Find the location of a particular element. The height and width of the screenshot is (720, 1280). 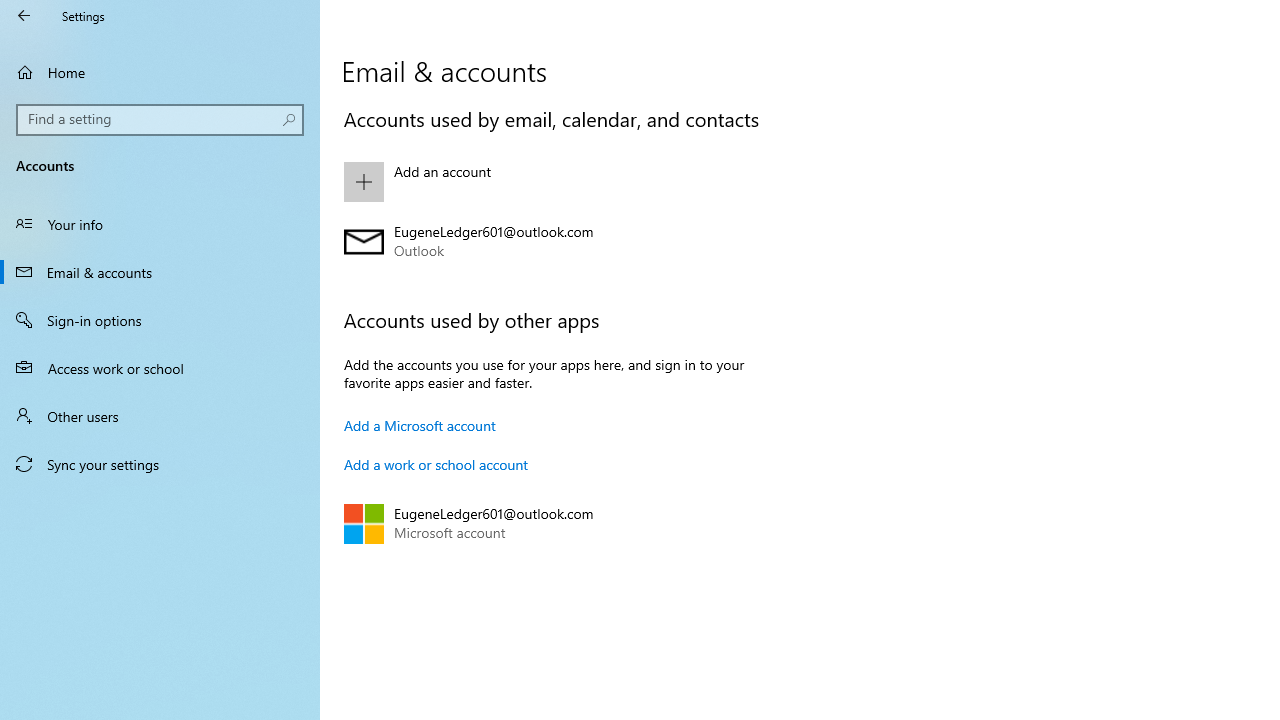

'Home' is located at coordinates (160, 71).